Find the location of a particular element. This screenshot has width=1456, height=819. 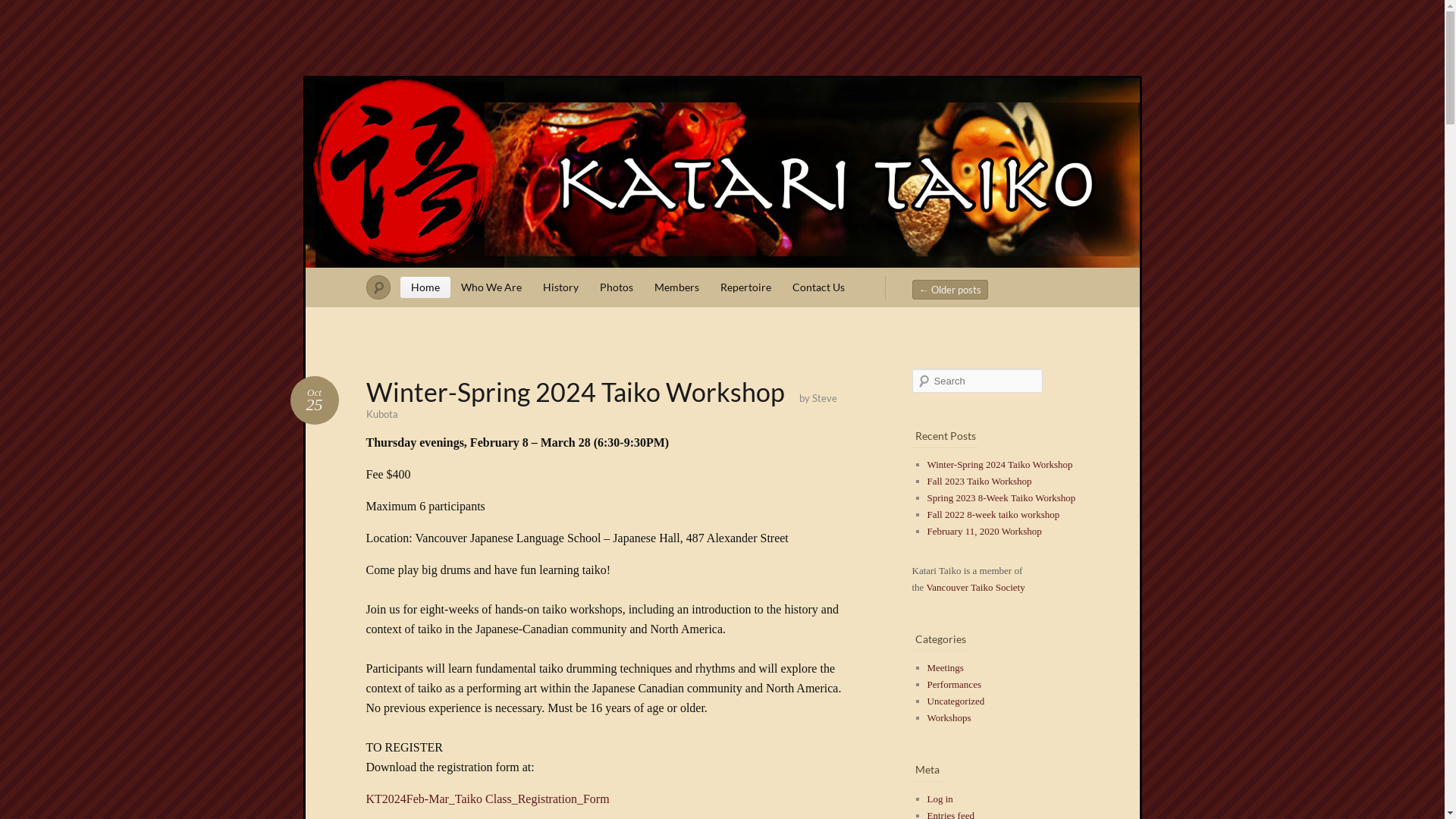

'Home' is located at coordinates (425, 287).